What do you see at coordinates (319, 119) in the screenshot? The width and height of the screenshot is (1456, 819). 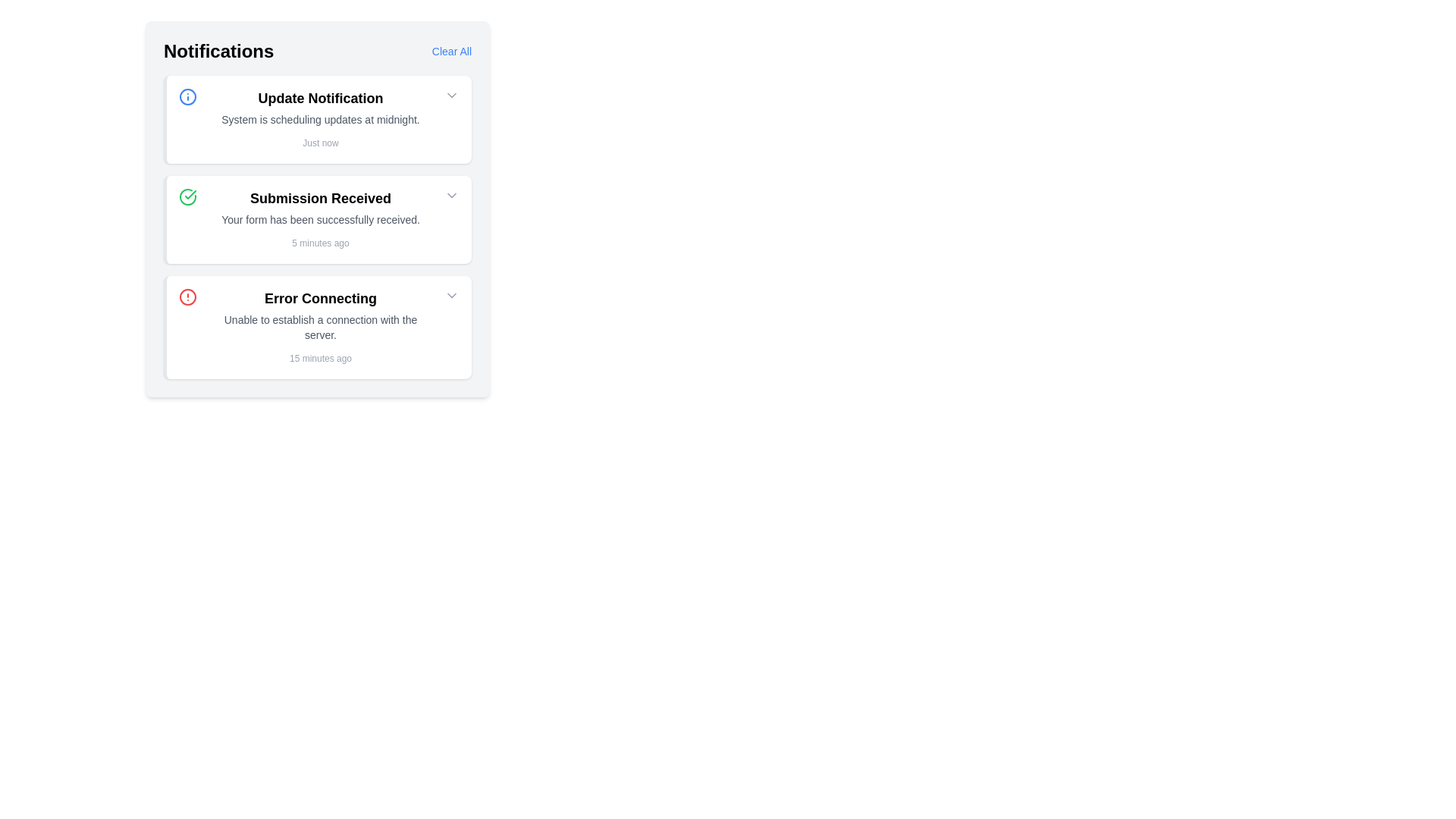 I see `the Notification text block that provides updates about system operations, specifically the first entry in the notification list with the details 'System is scheduling updates at midnight.'` at bounding box center [319, 119].